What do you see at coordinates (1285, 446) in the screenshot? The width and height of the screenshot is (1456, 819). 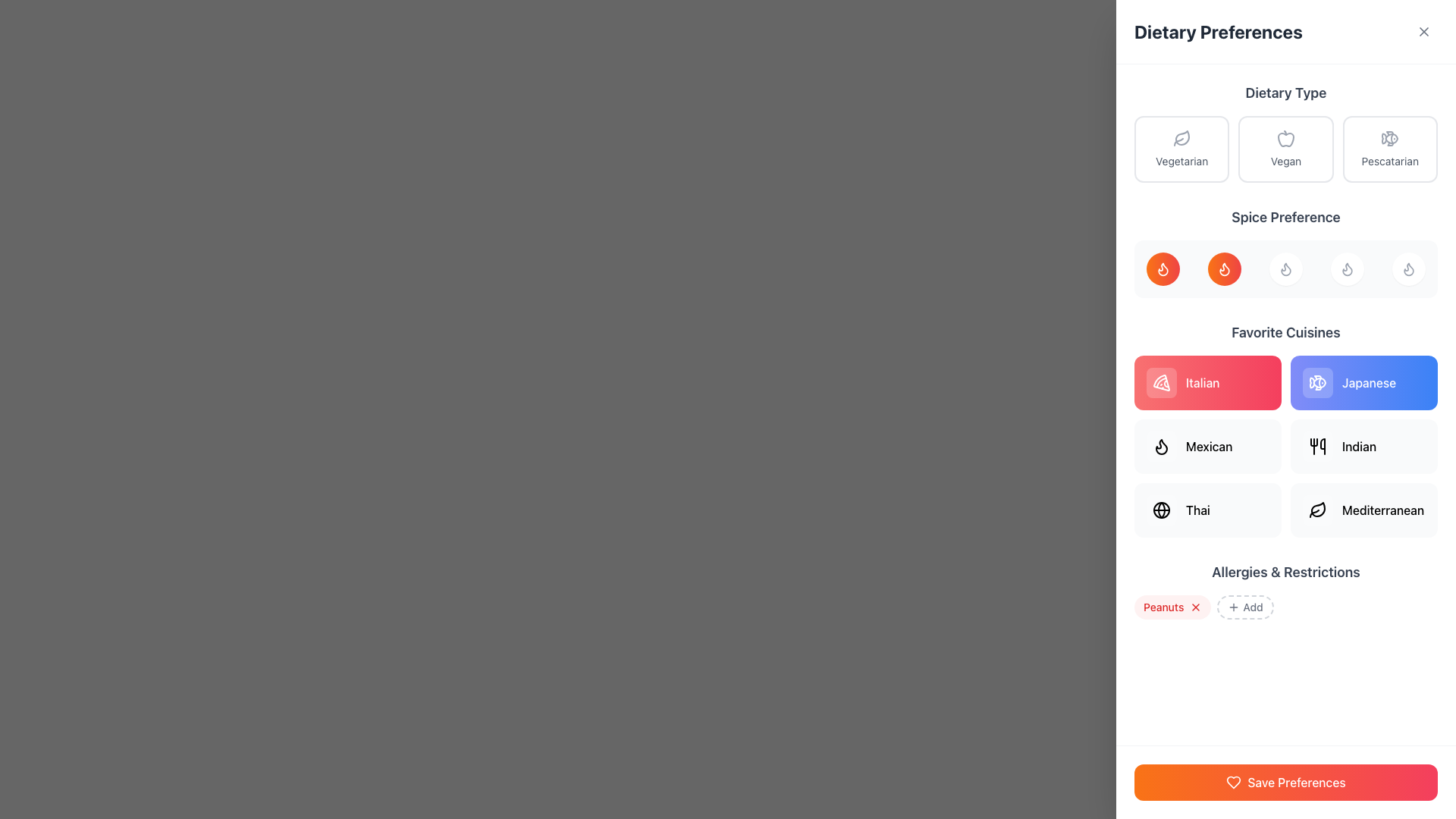 I see `the selectable button options in the 'Favorite Cuisines' grid layout` at bounding box center [1285, 446].